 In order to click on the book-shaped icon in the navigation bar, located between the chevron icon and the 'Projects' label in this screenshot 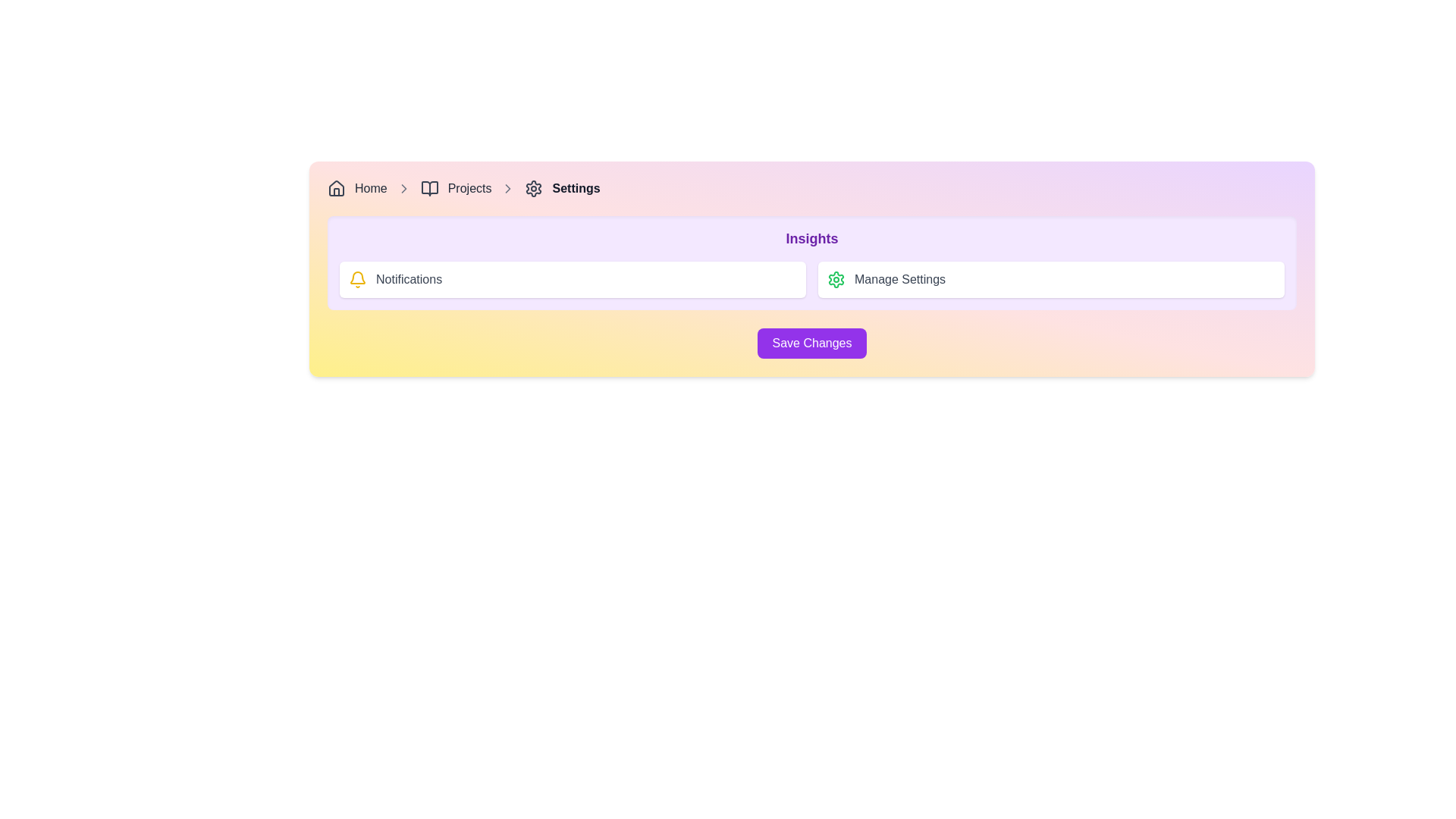, I will do `click(428, 188)`.